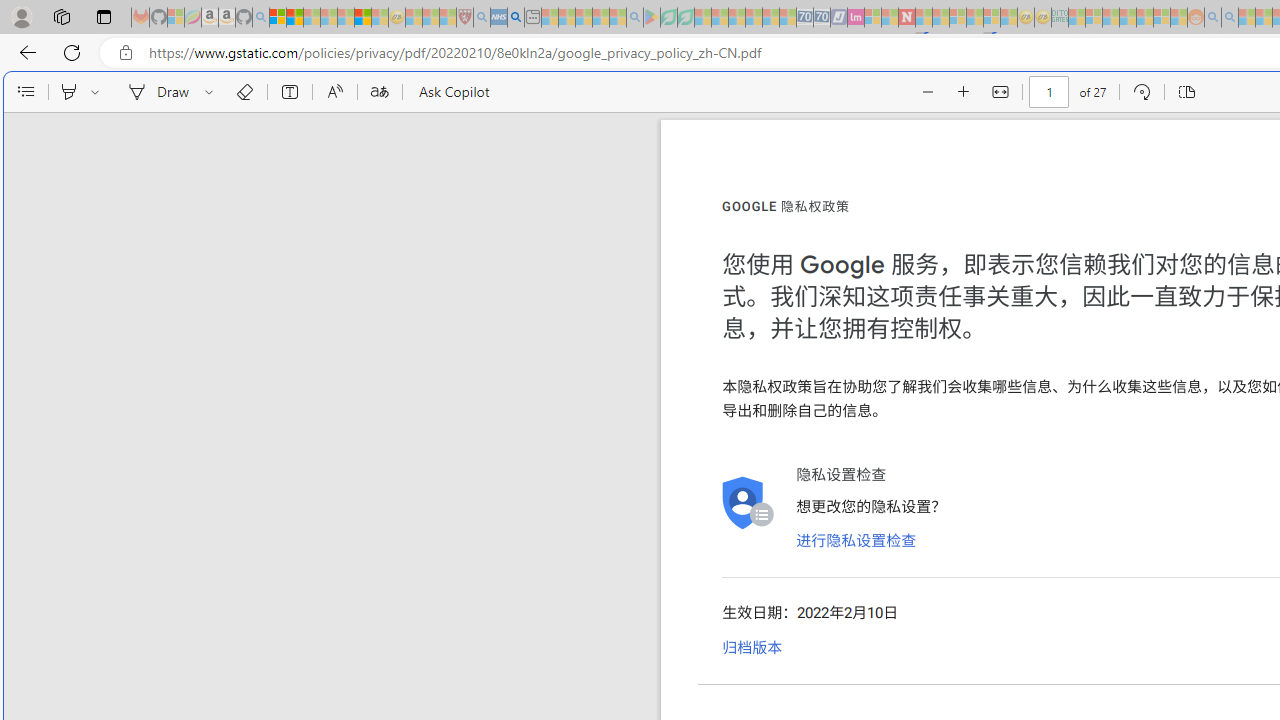 The width and height of the screenshot is (1280, 720). Describe the element at coordinates (1141, 92) in the screenshot. I see `'Rotate (Ctrl+])'` at that location.